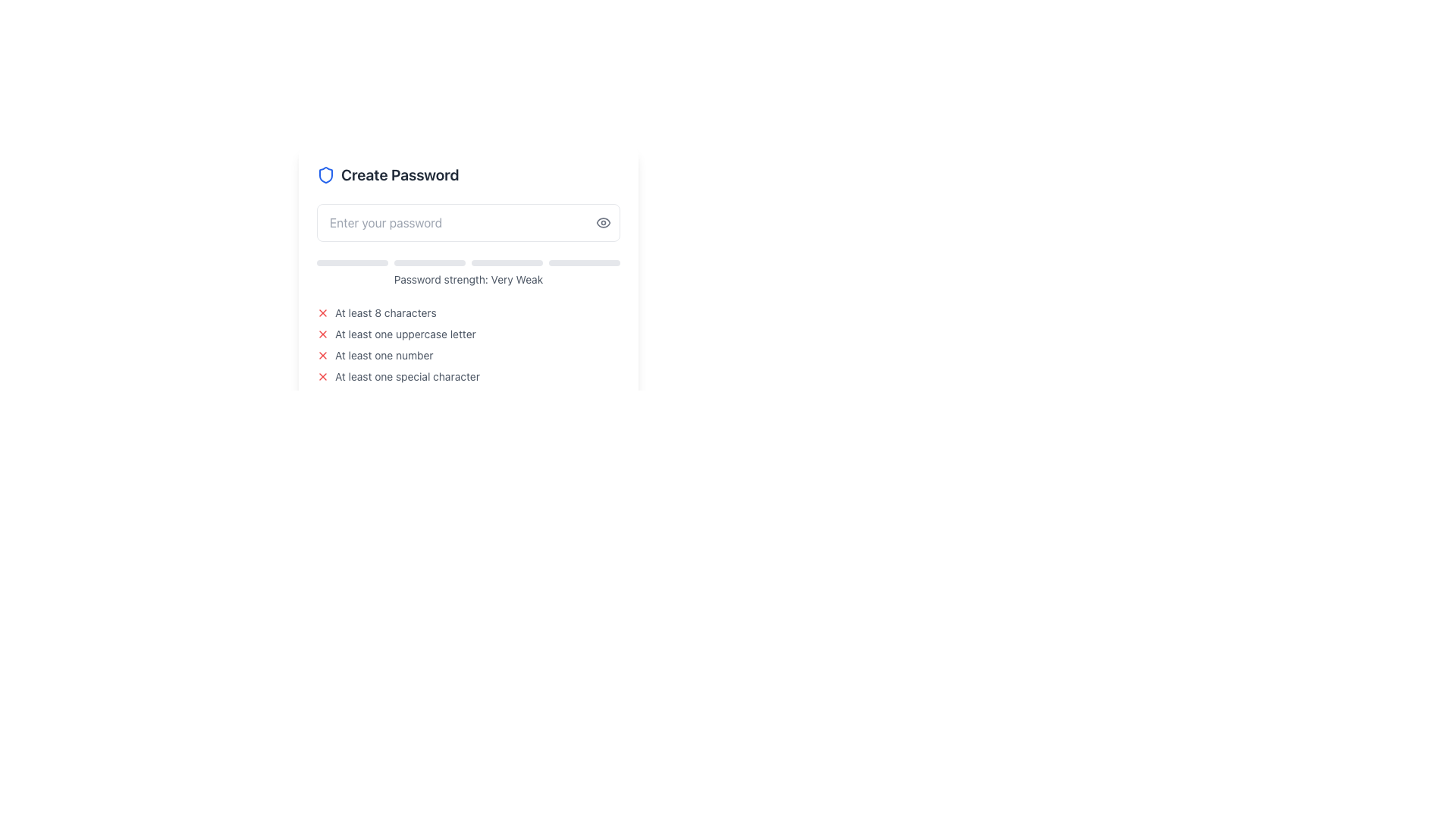 The image size is (1456, 819). I want to click on the fourth progress bar segment in the visual indicator series located below the 'Enter your password' text input field, so click(584, 262).